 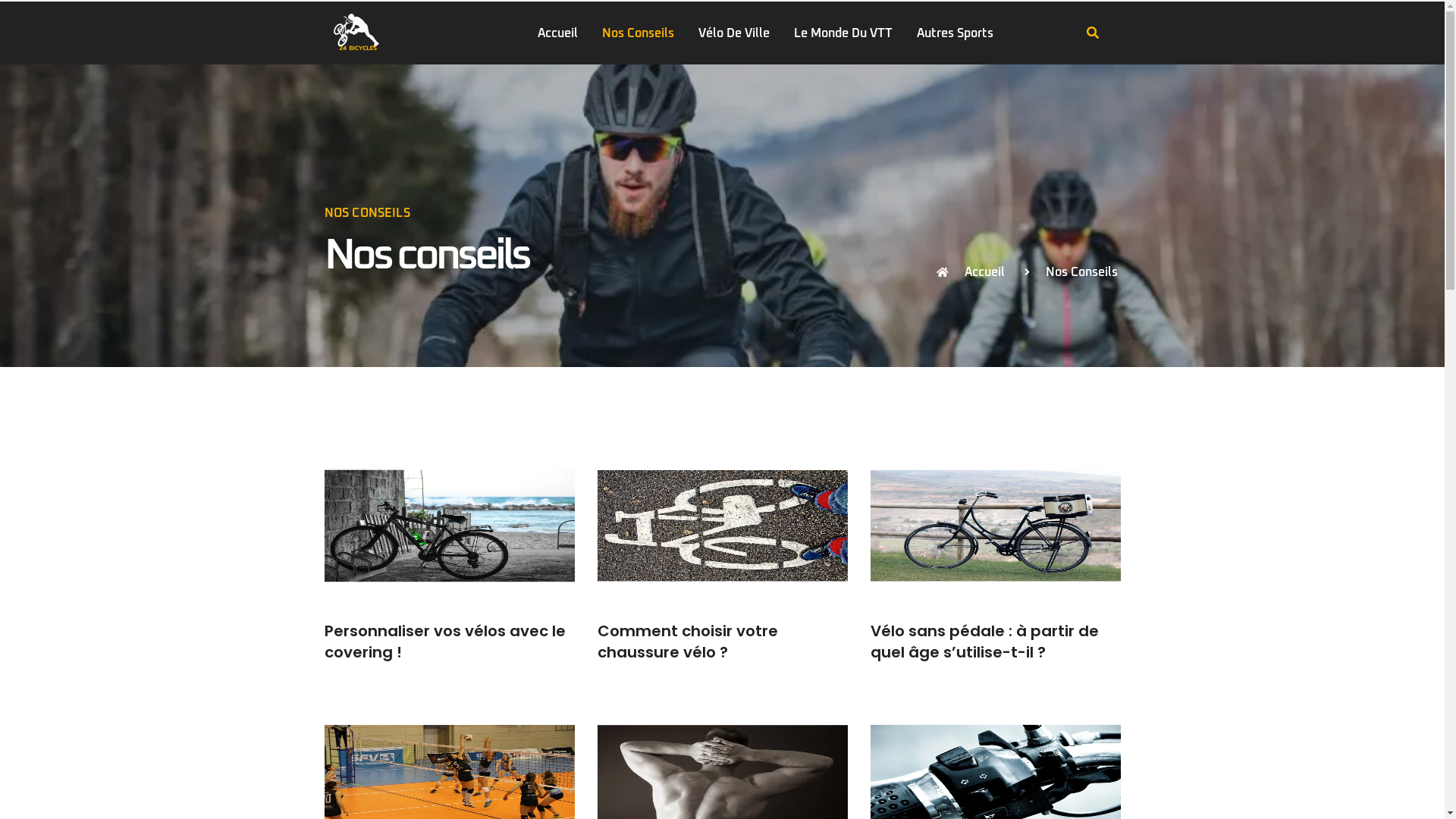 What do you see at coordinates (954, 33) in the screenshot?
I see `'Autres Sports'` at bounding box center [954, 33].